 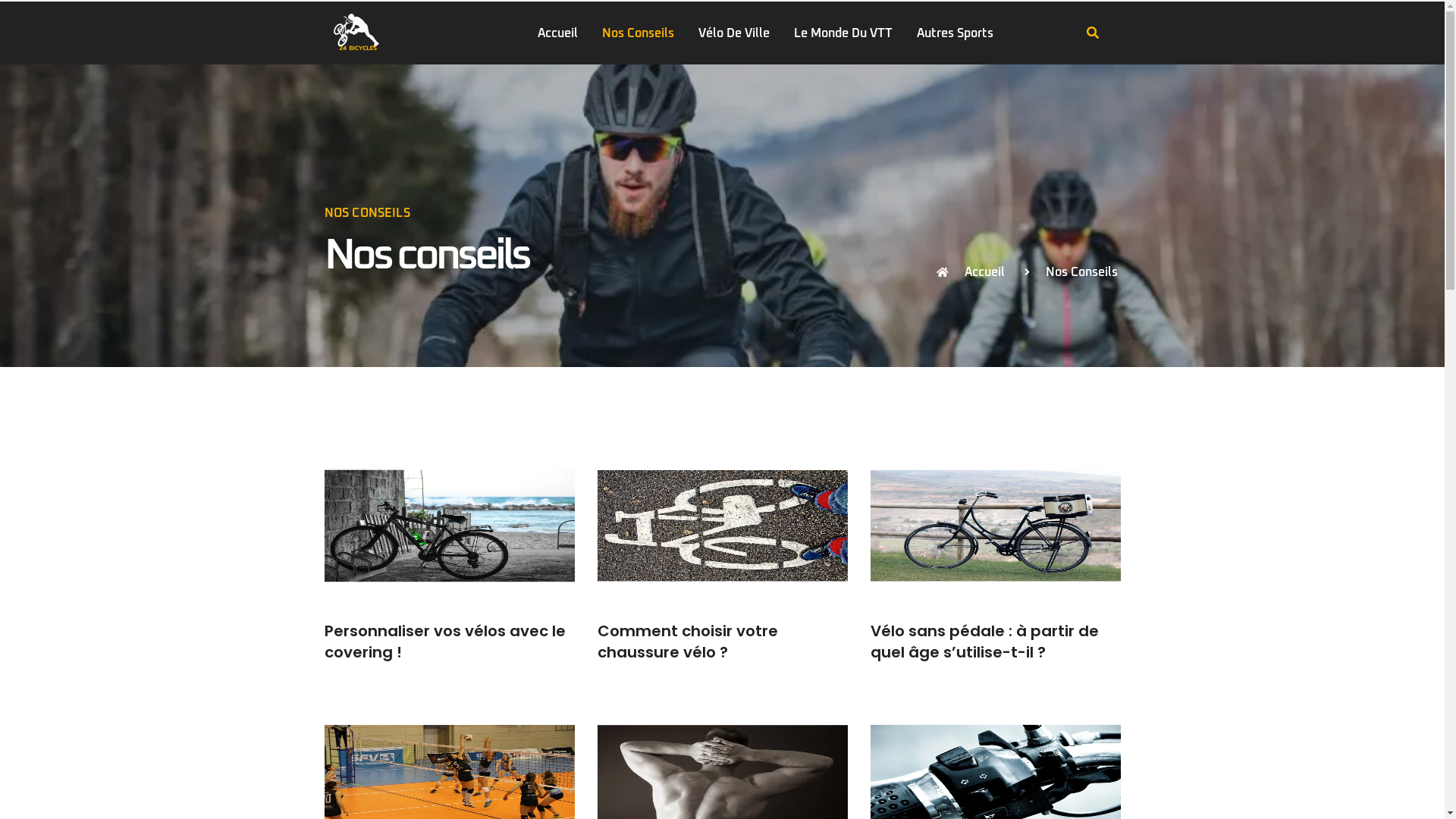 What do you see at coordinates (954, 33) in the screenshot?
I see `'Autres Sports'` at bounding box center [954, 33].